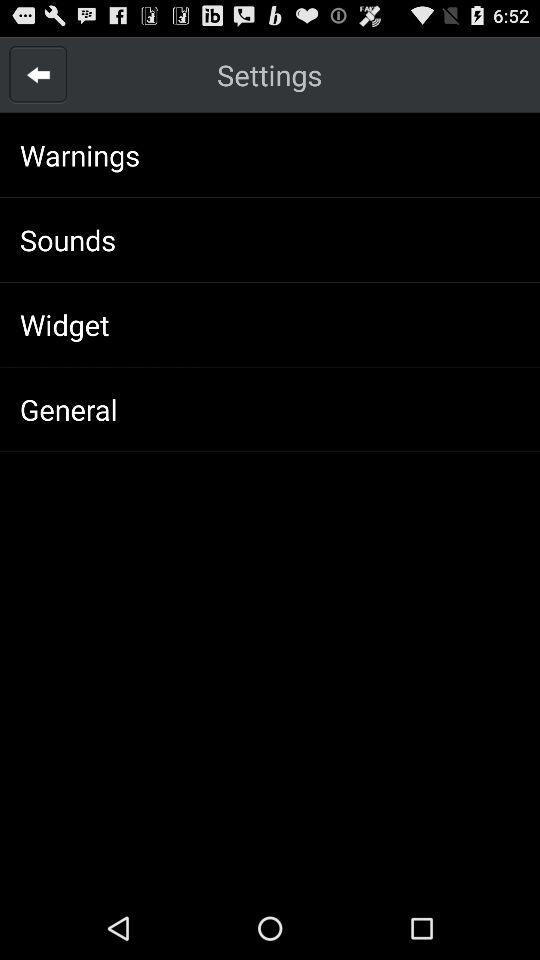 The image size is (540, 960). Describe the element at coordinates (79, 154) in the screenshot. I see `the item above the sounds icon` at that location.